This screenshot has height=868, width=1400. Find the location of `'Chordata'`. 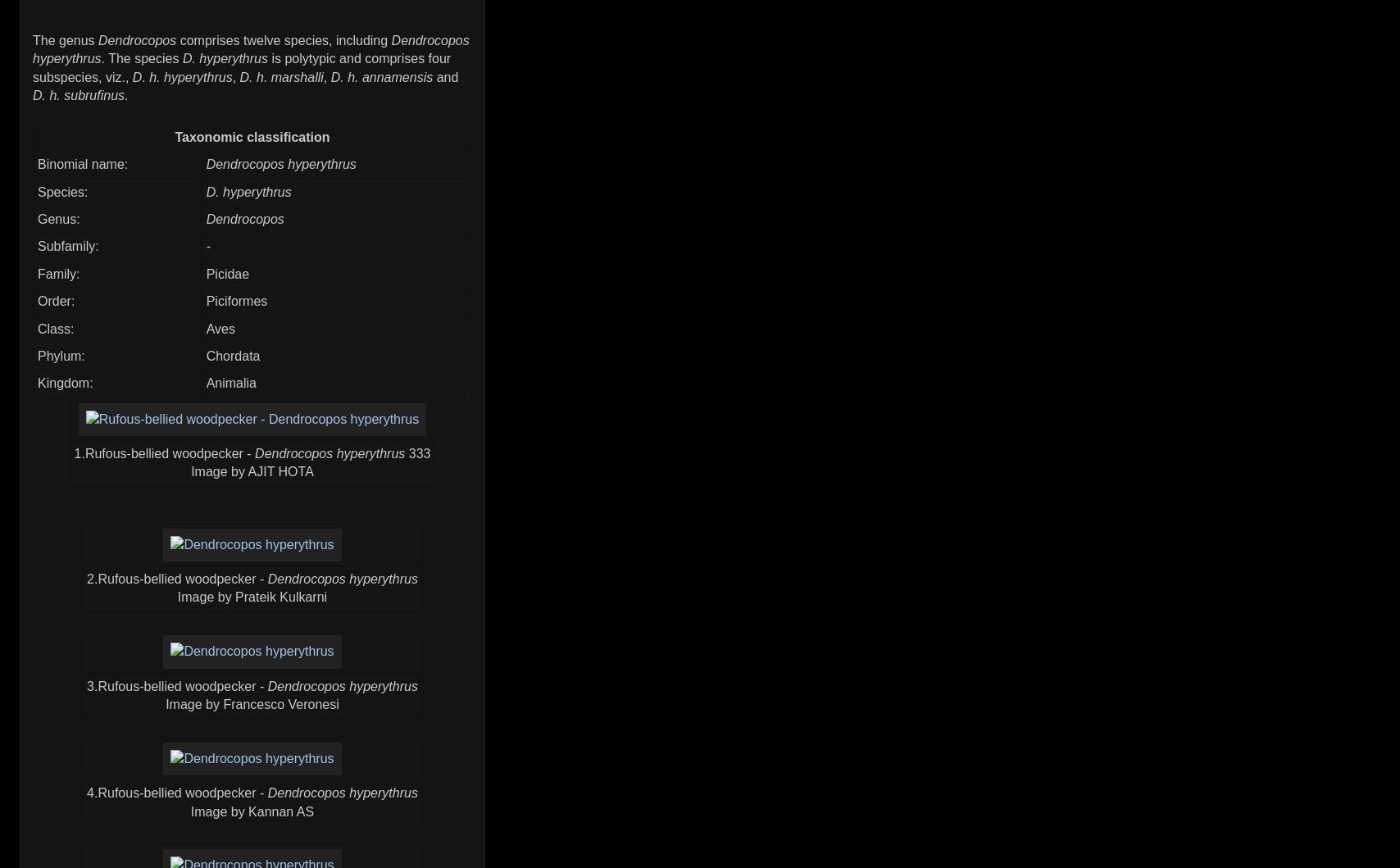

'Chordata' is located at coordinates (233, 355).